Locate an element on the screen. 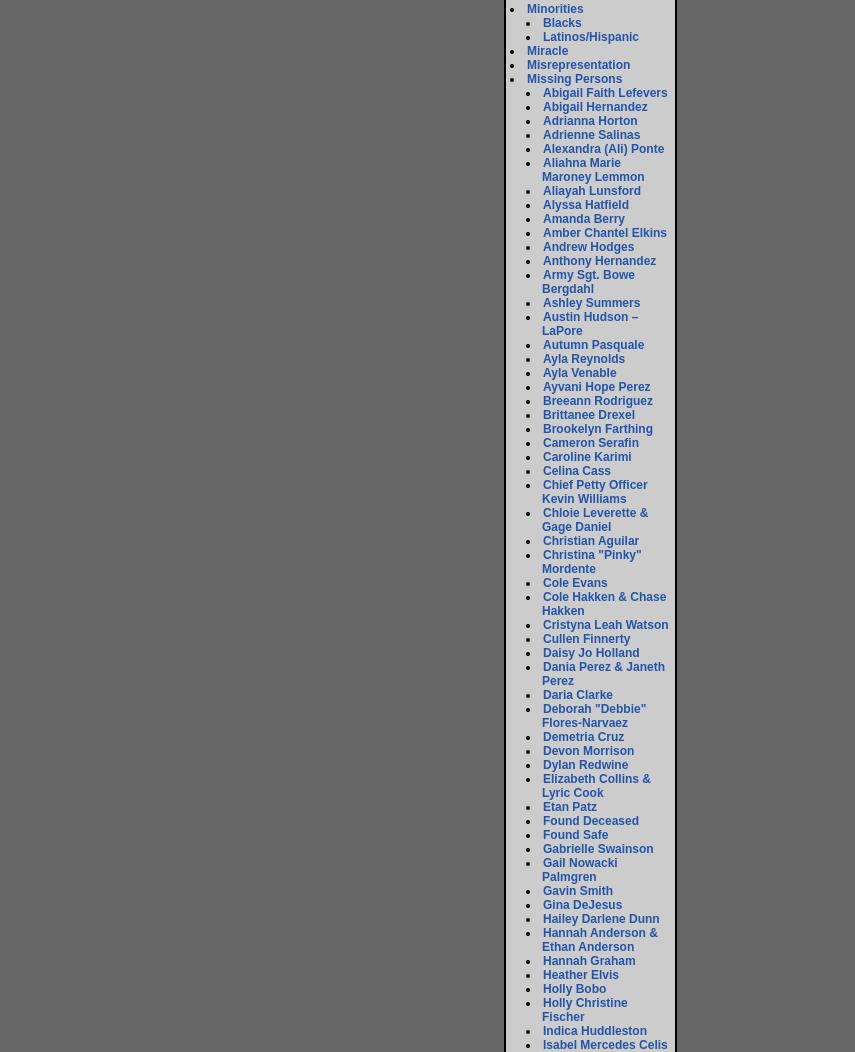  'Autumn Pasquale' is located at coordinates (543, 343).